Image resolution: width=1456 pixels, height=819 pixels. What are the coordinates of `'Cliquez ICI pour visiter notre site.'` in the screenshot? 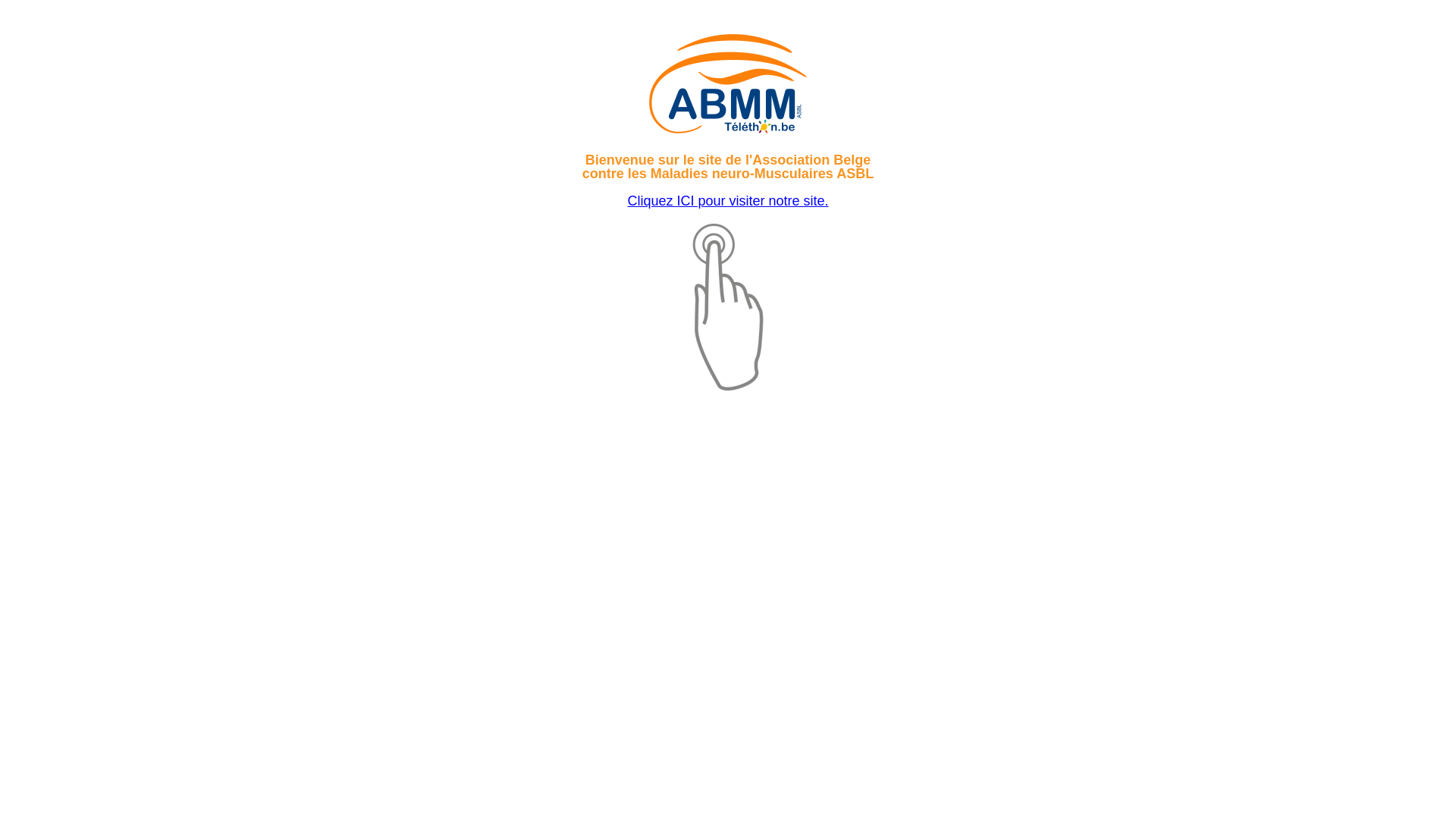 It's located at (726, 200).